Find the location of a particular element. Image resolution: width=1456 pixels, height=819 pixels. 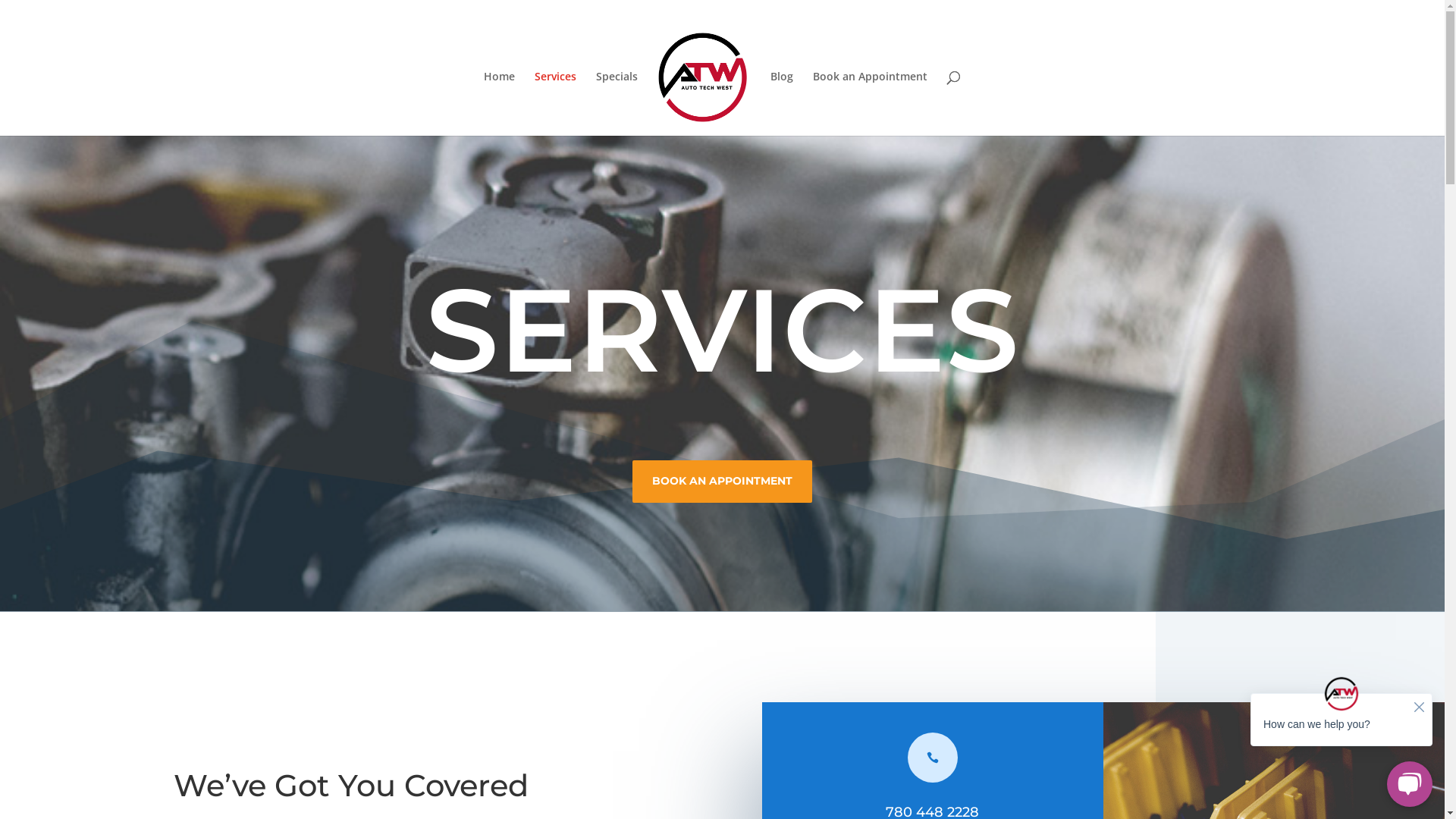

'Services' is located at coordinates (554, 102).